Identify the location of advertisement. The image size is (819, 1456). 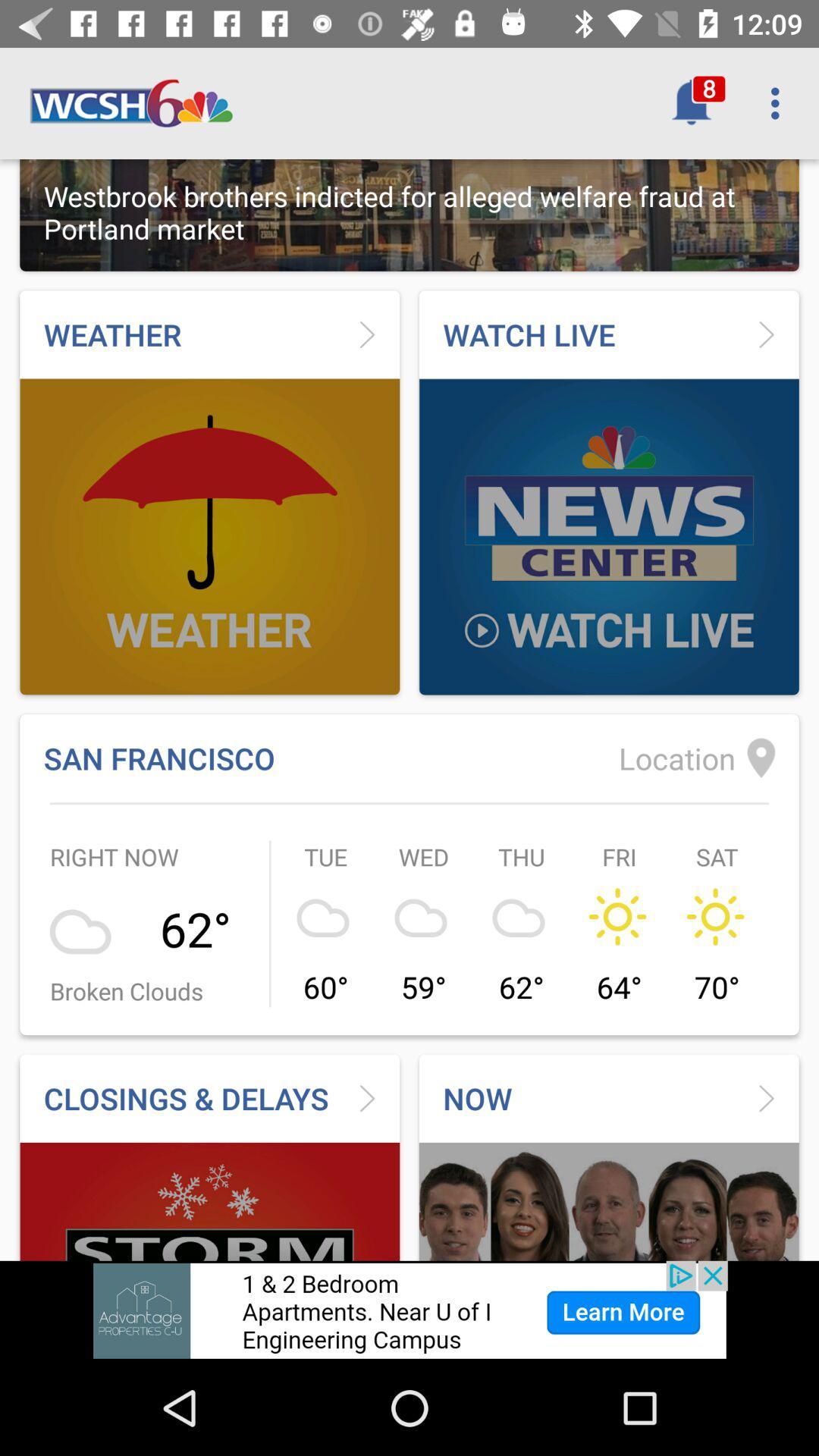
(409, 1310).